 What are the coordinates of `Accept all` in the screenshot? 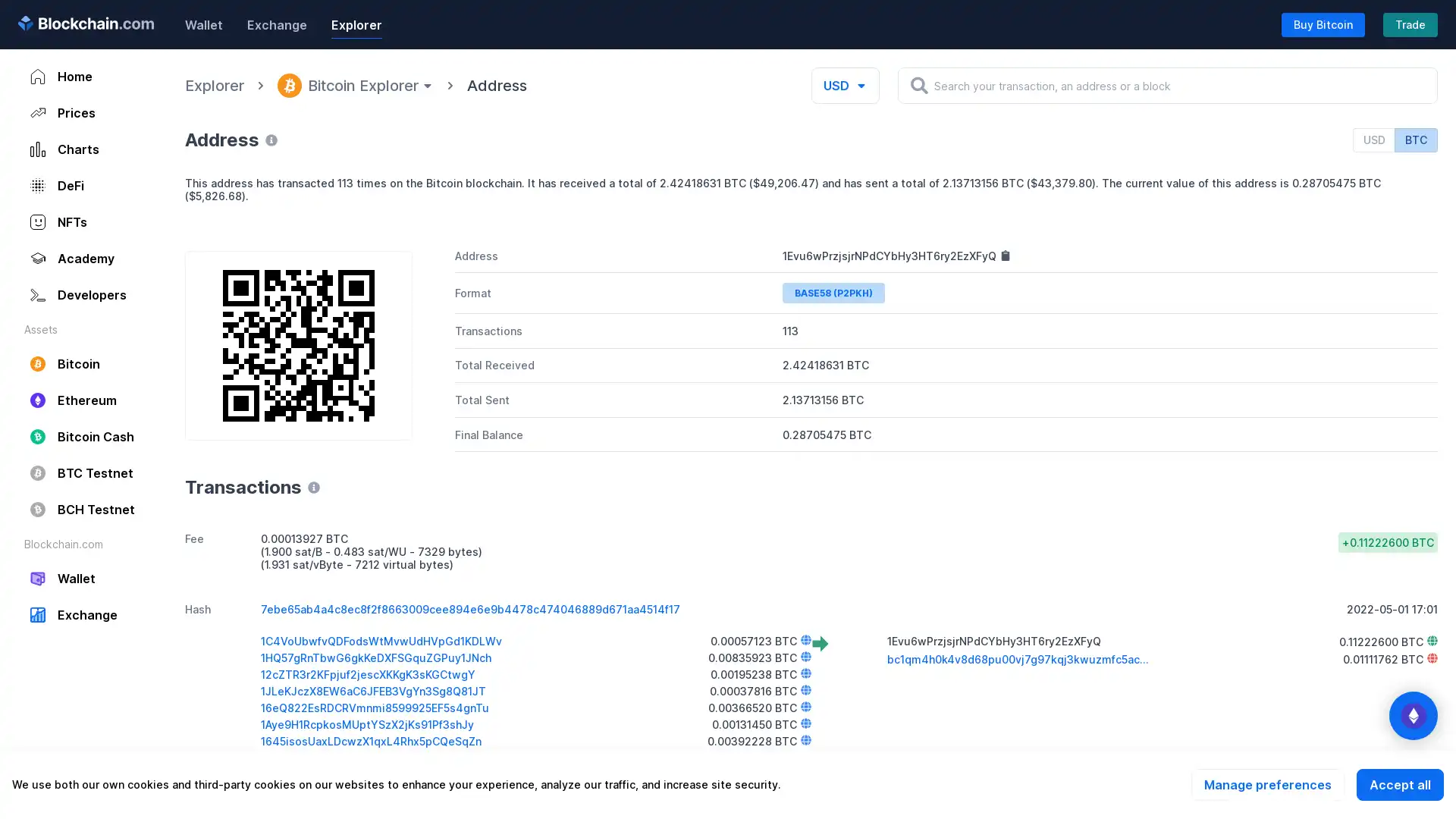 It's located at (1399, 784).